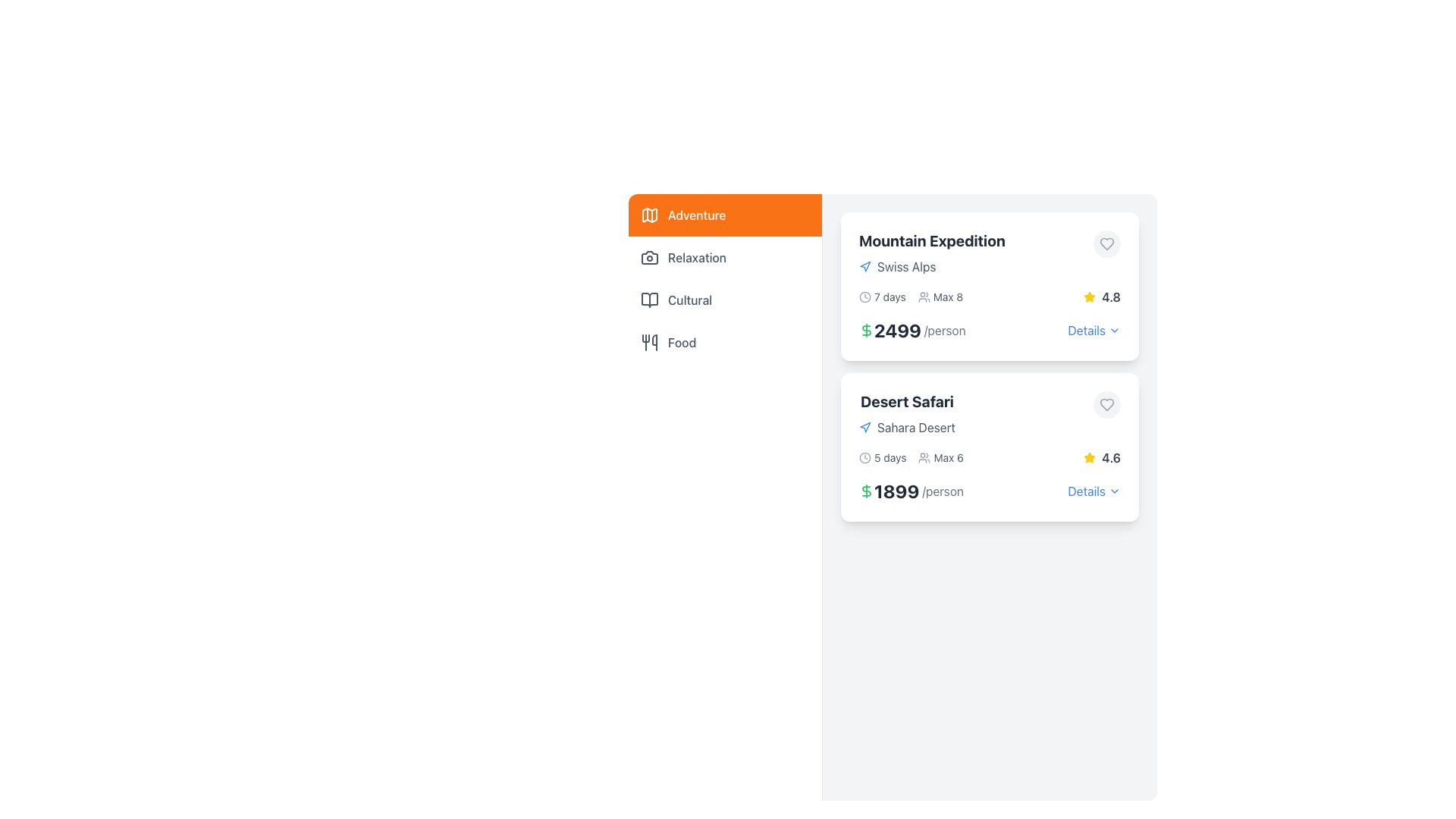  I want to click on the blue compass pointer icon located to the left of the 'Swiss Alps' text in the 'Mountain Expedition' card, so click(865, 265).